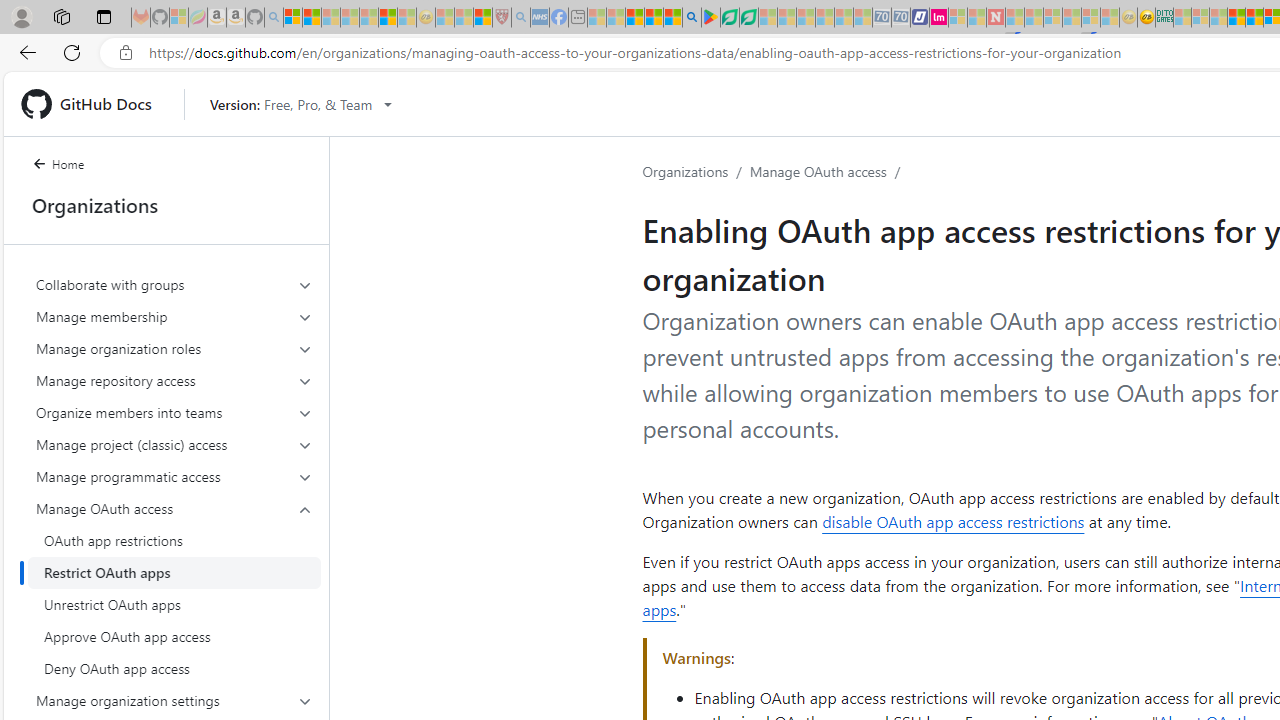 The width and height of the screenshot is (1280, 720). What do you see at coordinates (174, 315) in the screenshot?
I see `'Manage membership'` at bounding box center [174, 315].